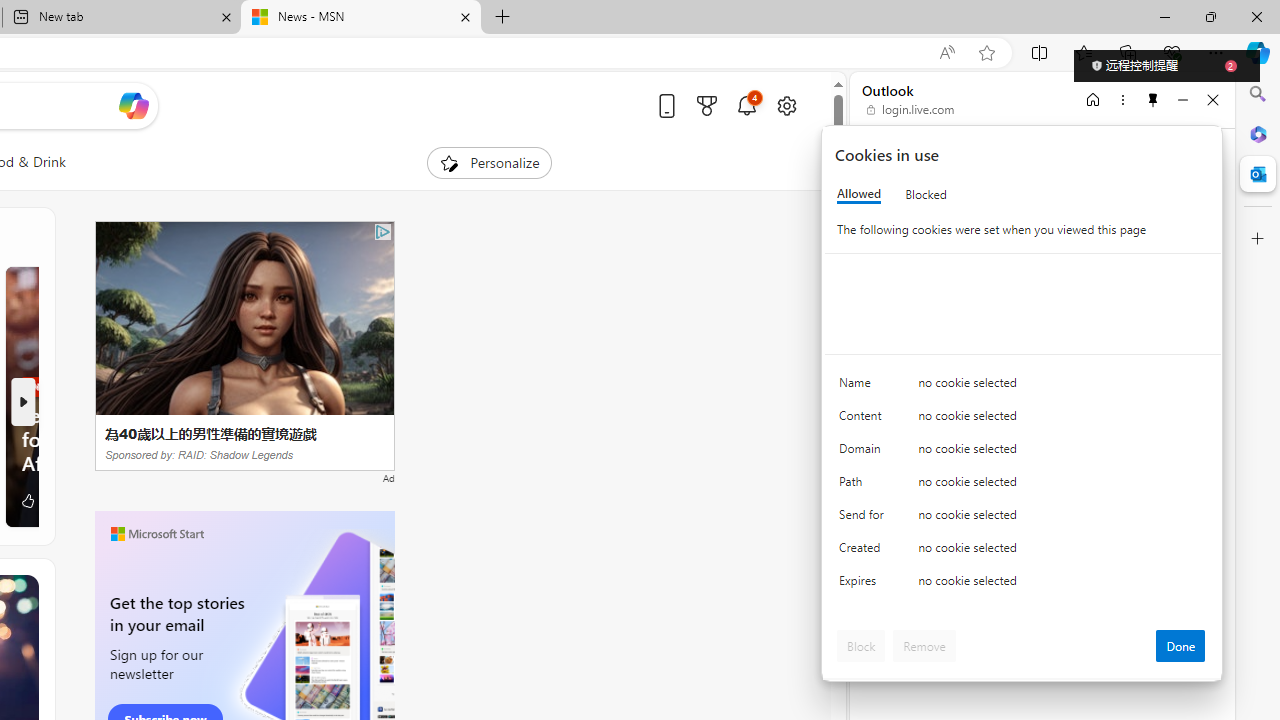 This screenshot has height=720, width=1280. Describe the element at coordinates (925, 194) in the screenshot. I see `'Blocked'` at that location.